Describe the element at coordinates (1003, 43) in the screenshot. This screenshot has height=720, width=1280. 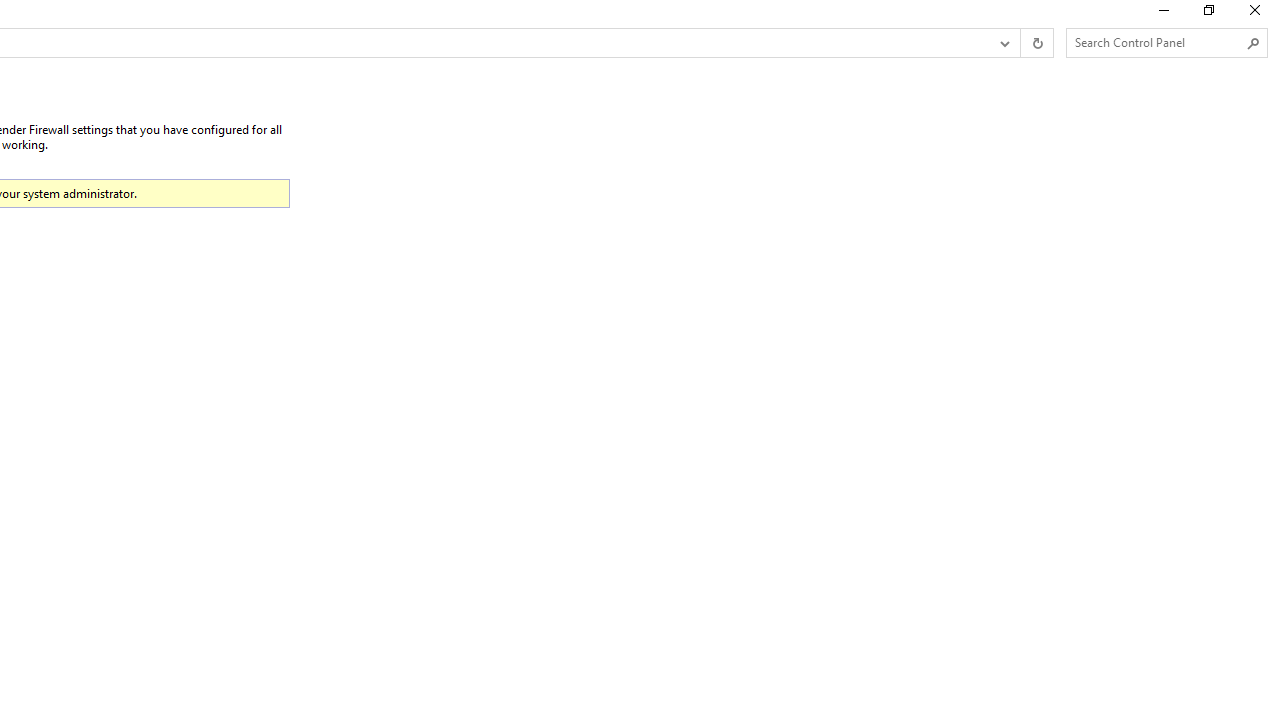
I see `'Previous Locations'` at that location.